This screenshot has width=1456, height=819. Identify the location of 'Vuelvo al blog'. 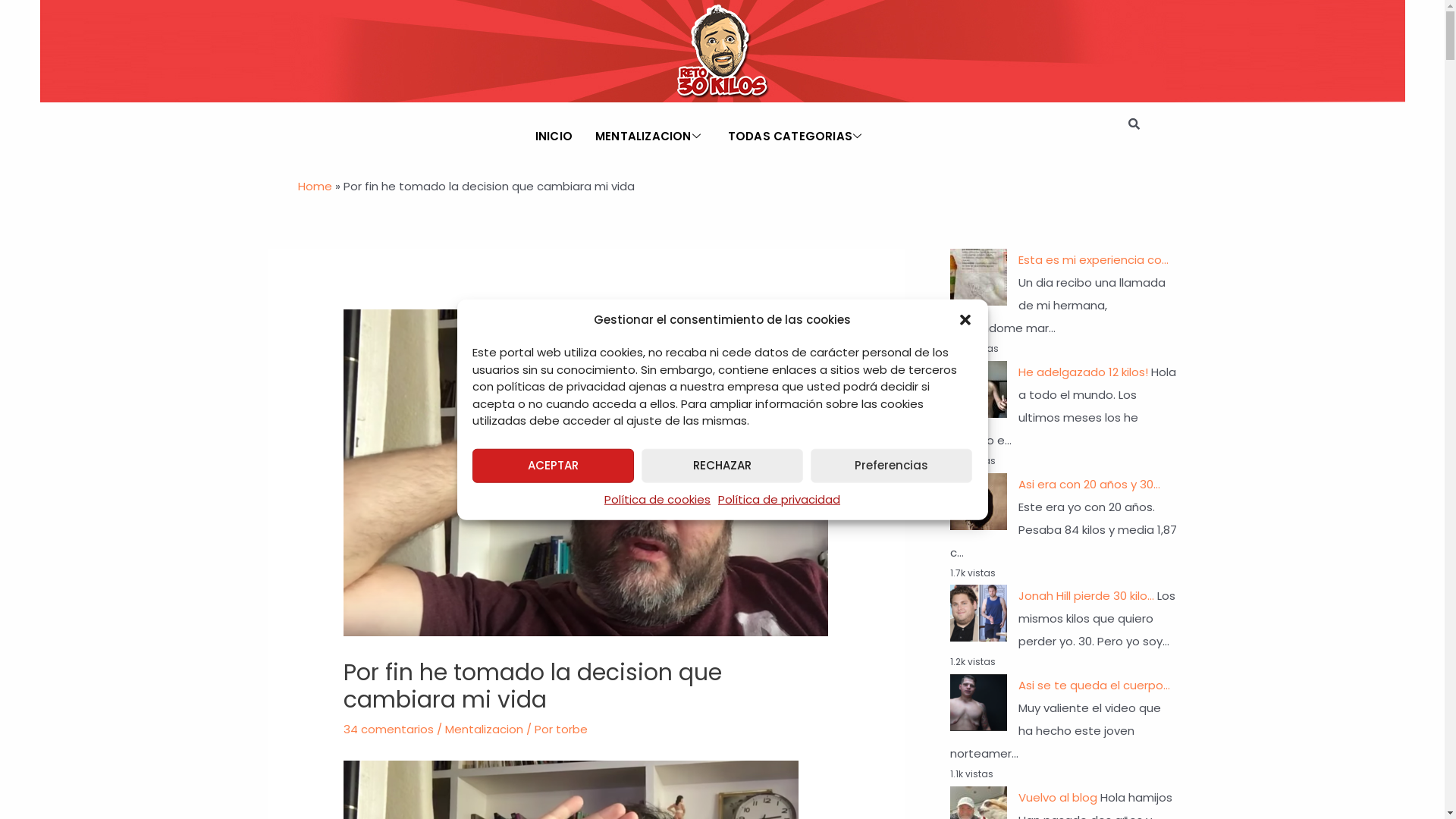
(1056, 796).